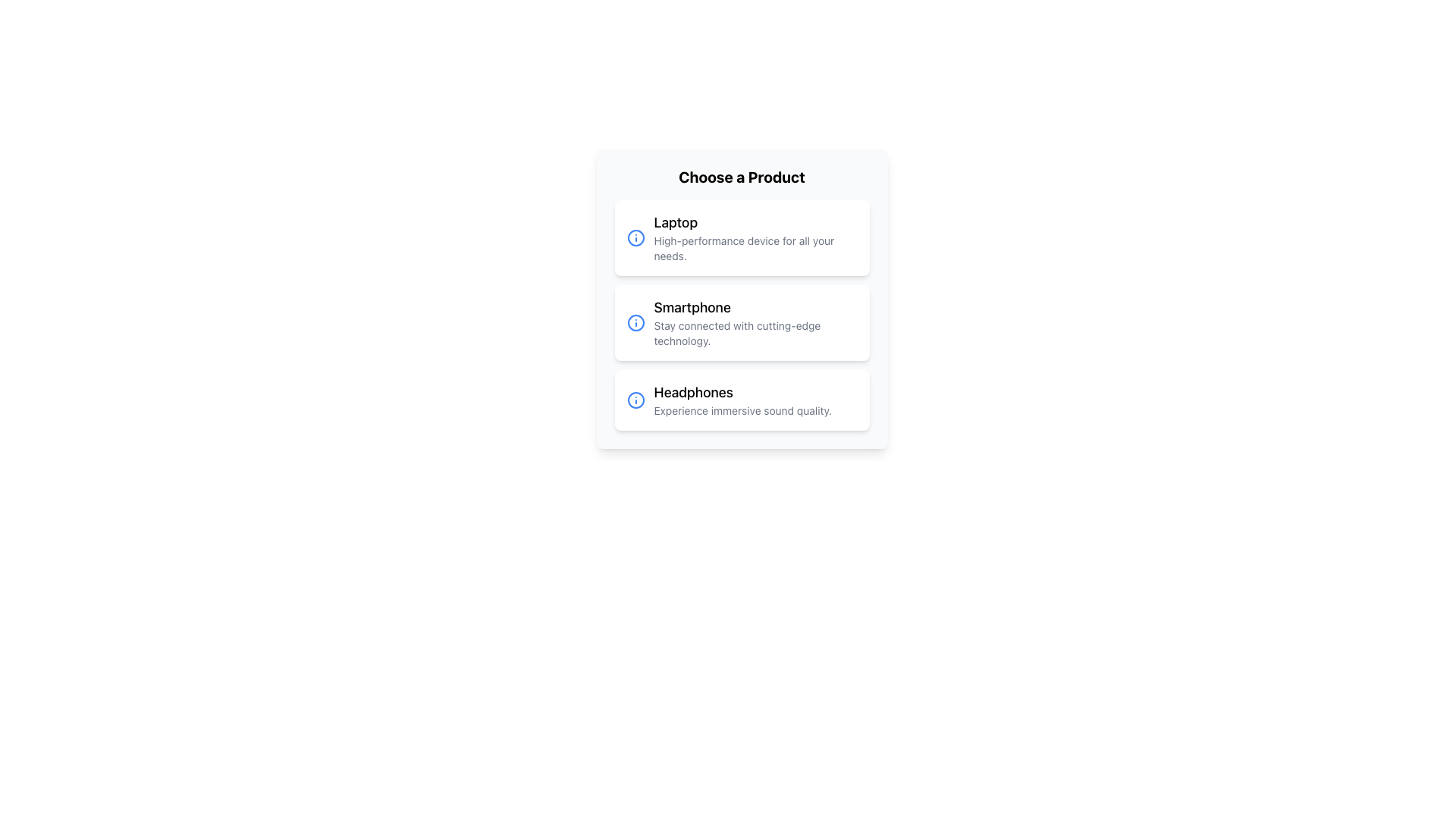  Describe the element at coordinates (755, 322) in the screenshot. I see `the Label element displaying the title 'Smartphone' and subtitle 'Stay connected with cutting-edge technology.' which is the second item in a vertical list of selectable options` at that location.